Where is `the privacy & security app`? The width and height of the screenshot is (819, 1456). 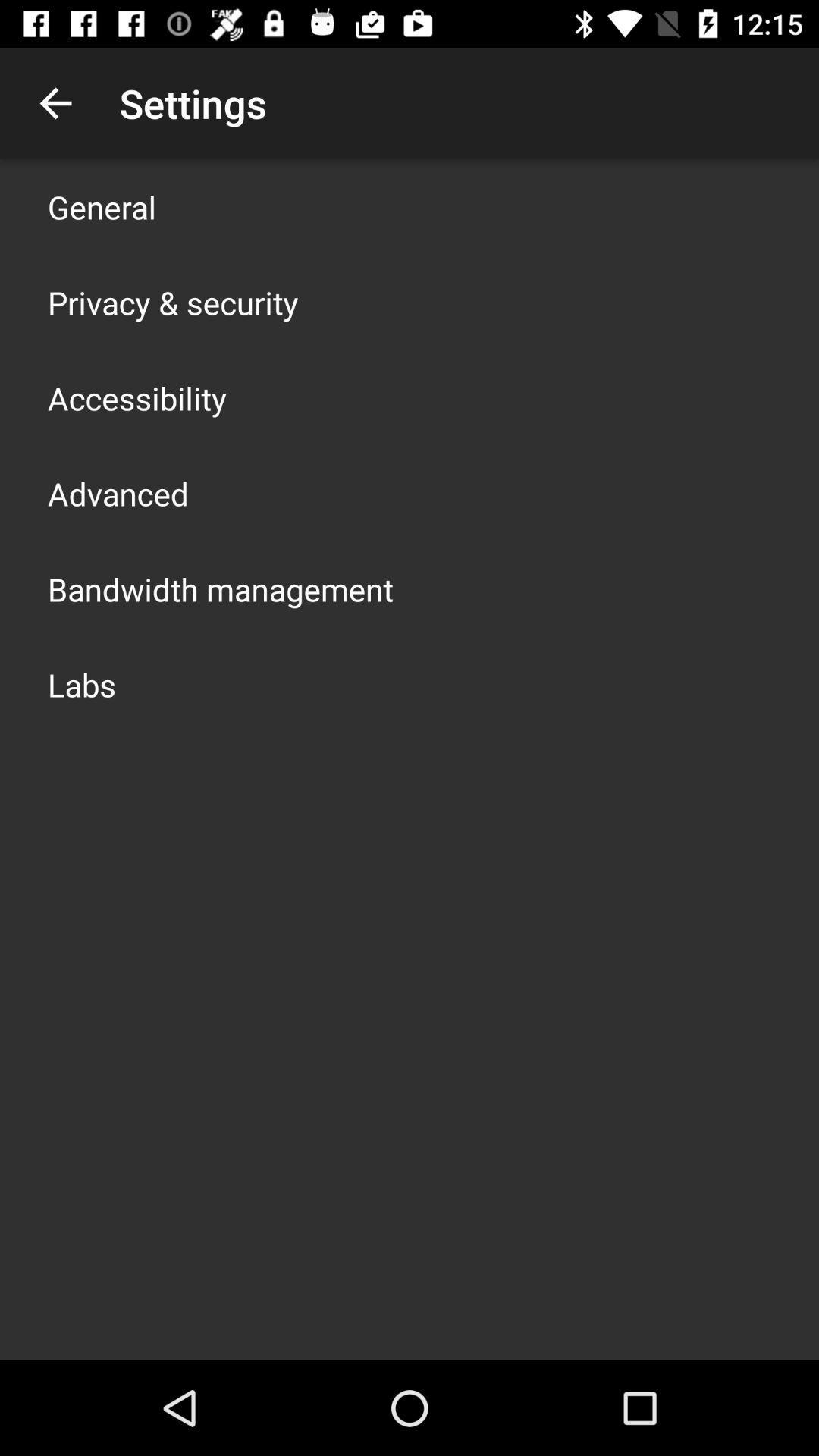 the privacy & security app is located at coordinates (172, 302).